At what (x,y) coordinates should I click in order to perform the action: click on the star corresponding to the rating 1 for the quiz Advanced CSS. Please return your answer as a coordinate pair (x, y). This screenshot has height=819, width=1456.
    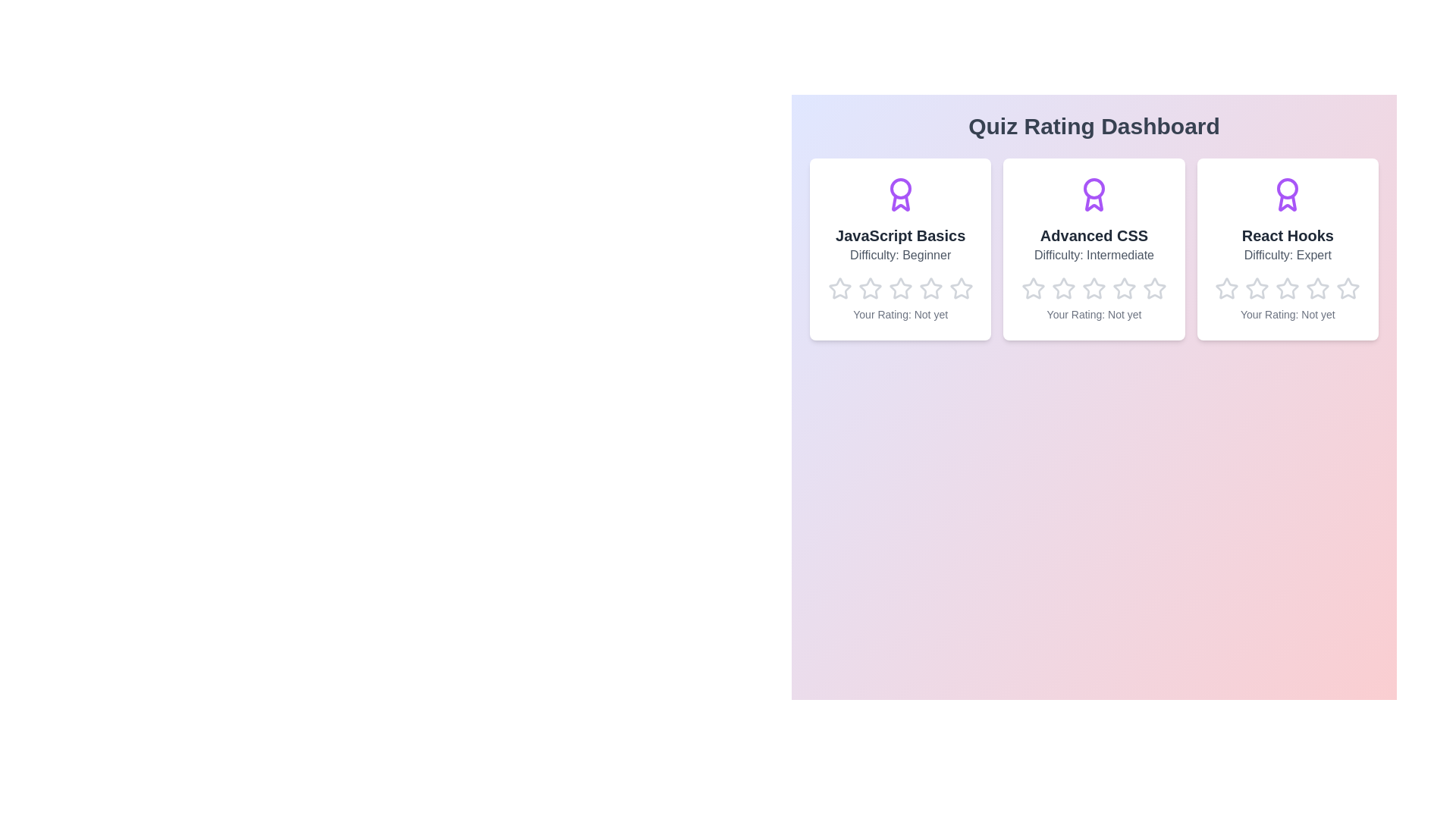
    Looking at the image, I should click on (1021, 277).